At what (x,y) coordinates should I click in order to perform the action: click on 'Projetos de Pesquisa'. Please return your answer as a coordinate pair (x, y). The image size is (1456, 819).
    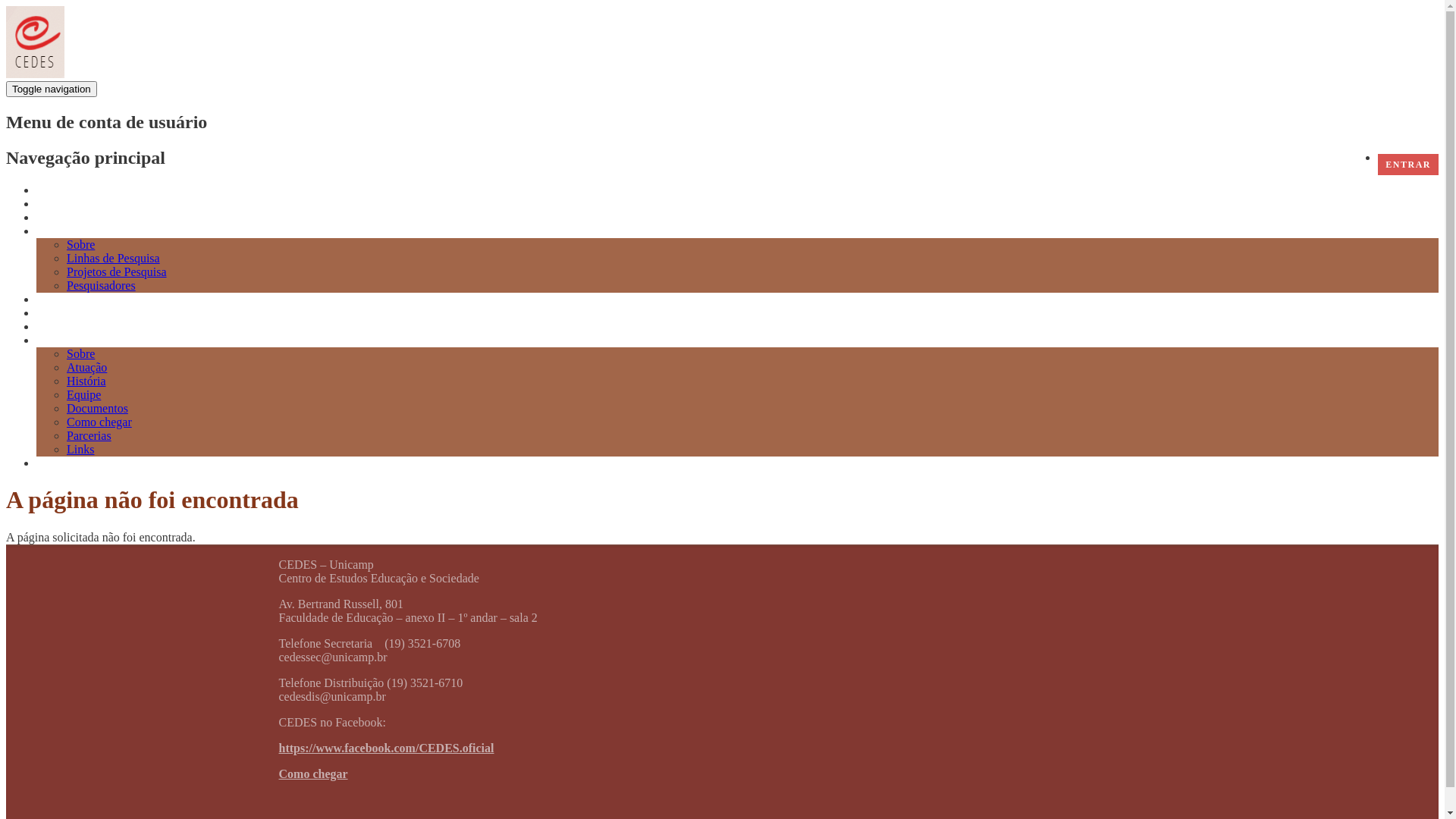
    Looking at the image, I should click on (115, 271).